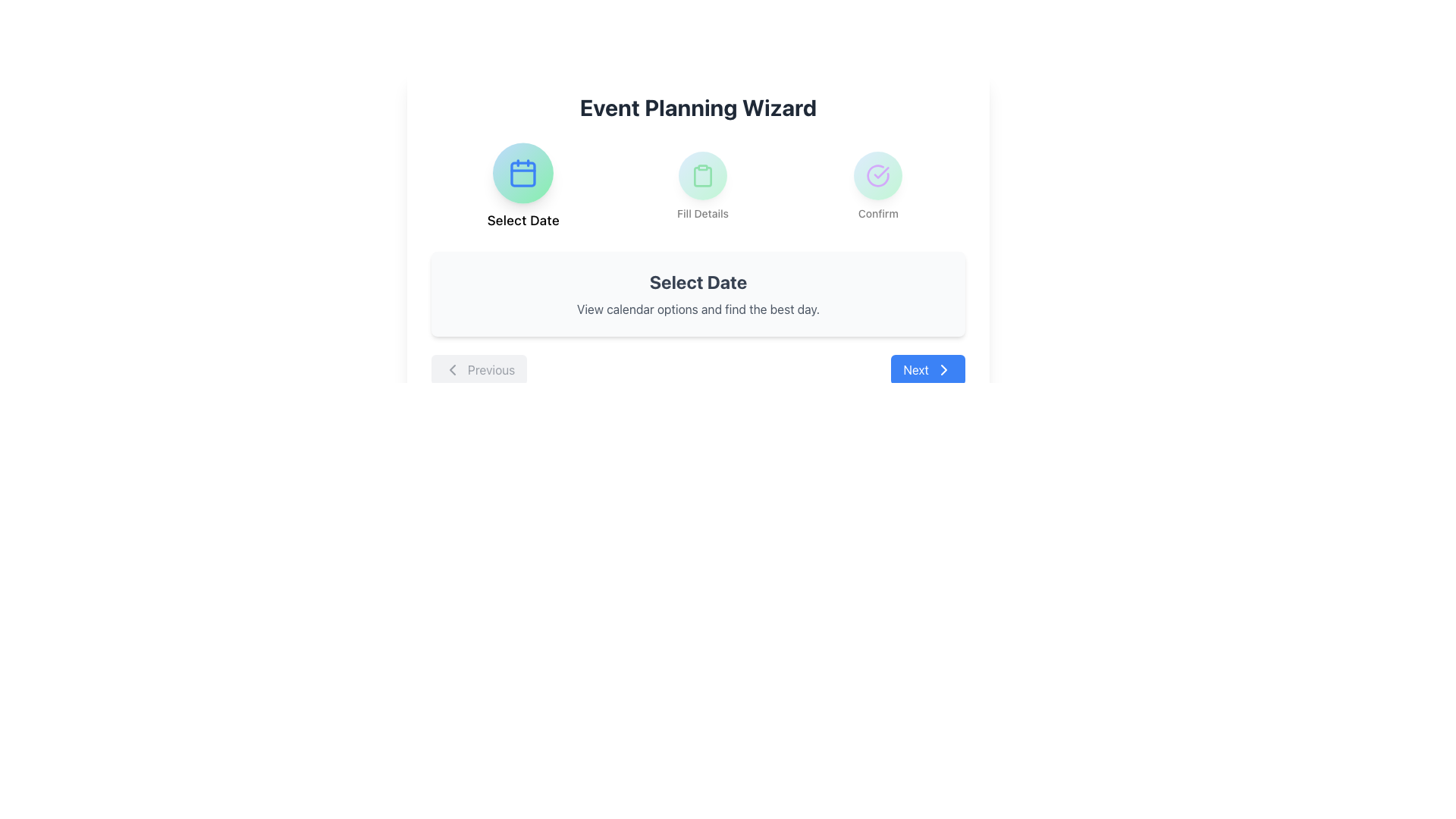 The width and height of the screenshot is (1456, 819). What do you see at coordinates (943, 370) in the screenshot?
I see `the right-facing chevron arrow that is part of the navigation button labeled 'Next'` at bounding box center [943, 370].